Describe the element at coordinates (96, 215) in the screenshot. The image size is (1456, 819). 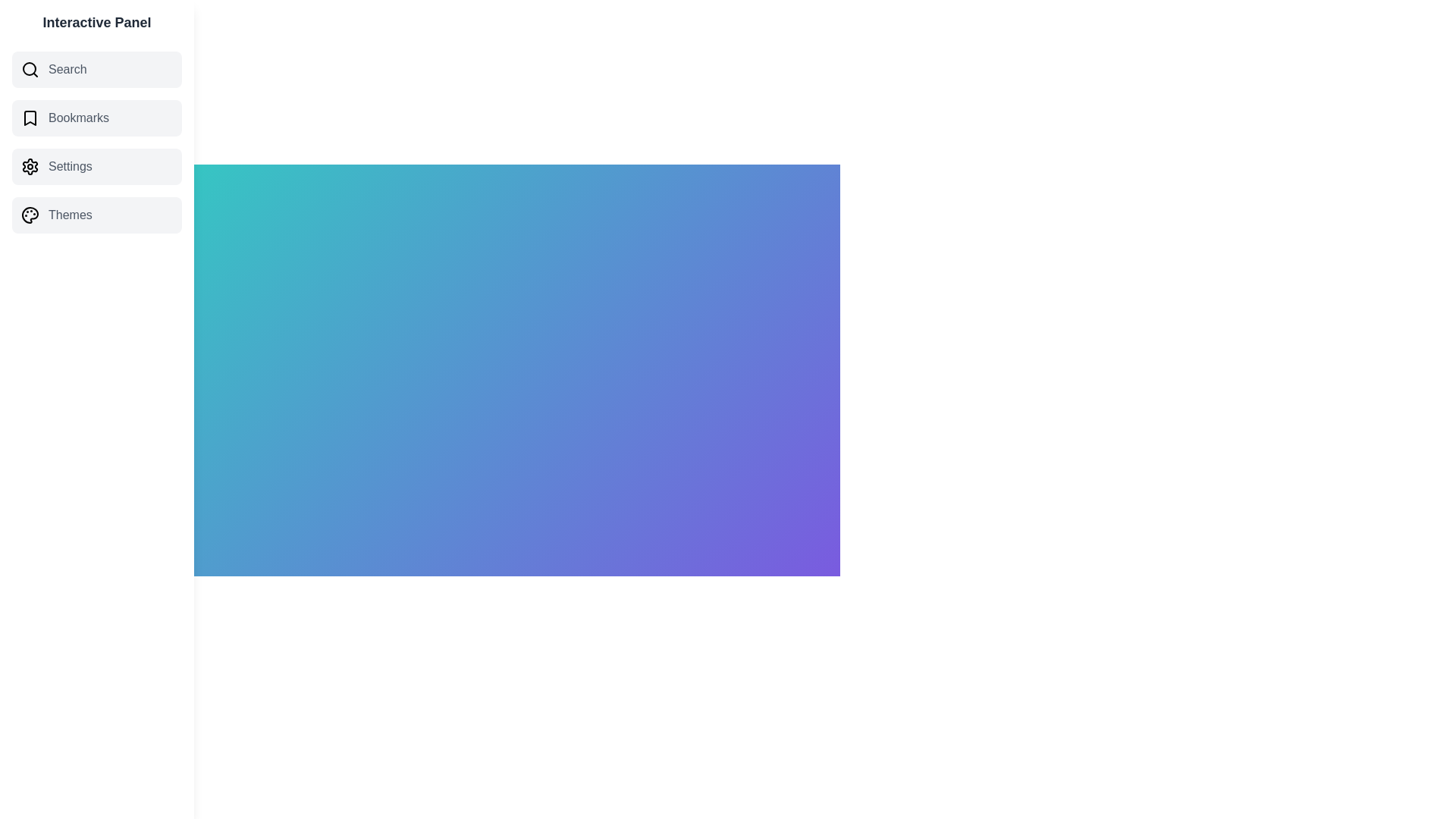
I see `the category Themes from the list` at that location.